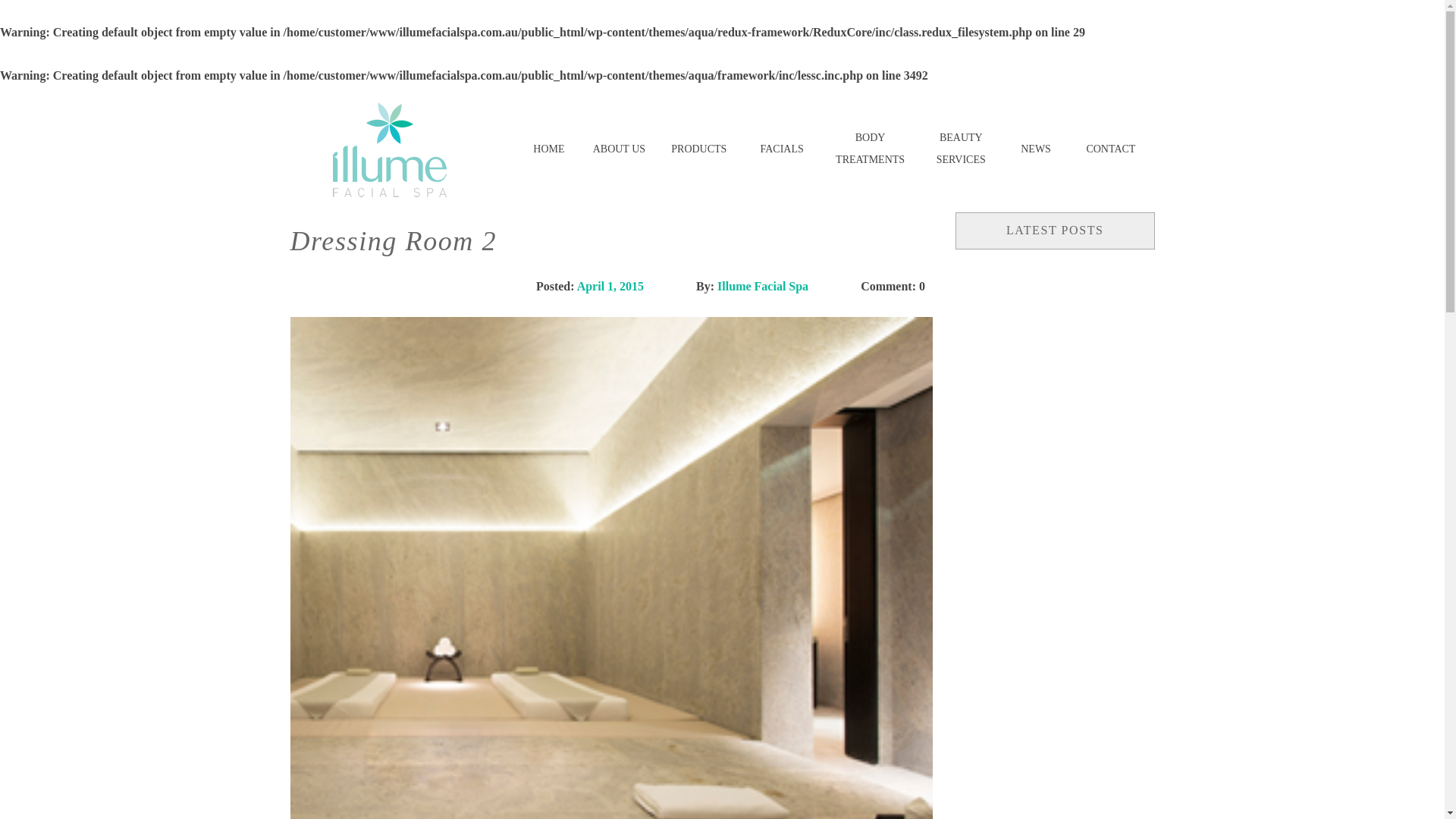 The image size is (1456, 819). What do you see at coordinates (610, 286) in the screenshot?
I see `'April 1, 2015'` at bounding box center [610, 286].